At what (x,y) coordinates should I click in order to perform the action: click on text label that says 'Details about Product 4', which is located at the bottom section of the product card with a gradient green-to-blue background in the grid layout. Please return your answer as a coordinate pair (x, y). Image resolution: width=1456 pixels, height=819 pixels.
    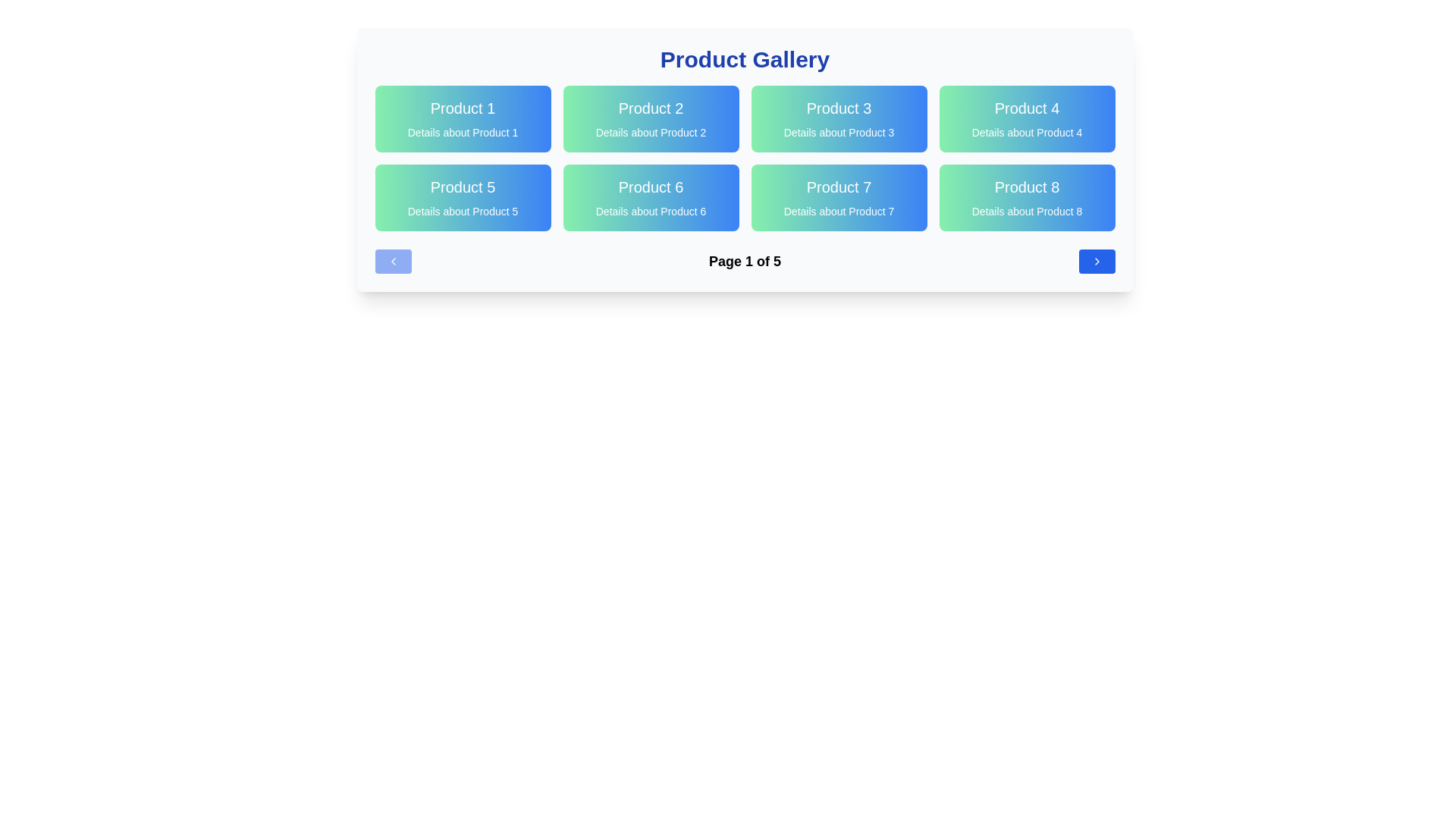
    Looking at the image, I should click on (1027, 131).